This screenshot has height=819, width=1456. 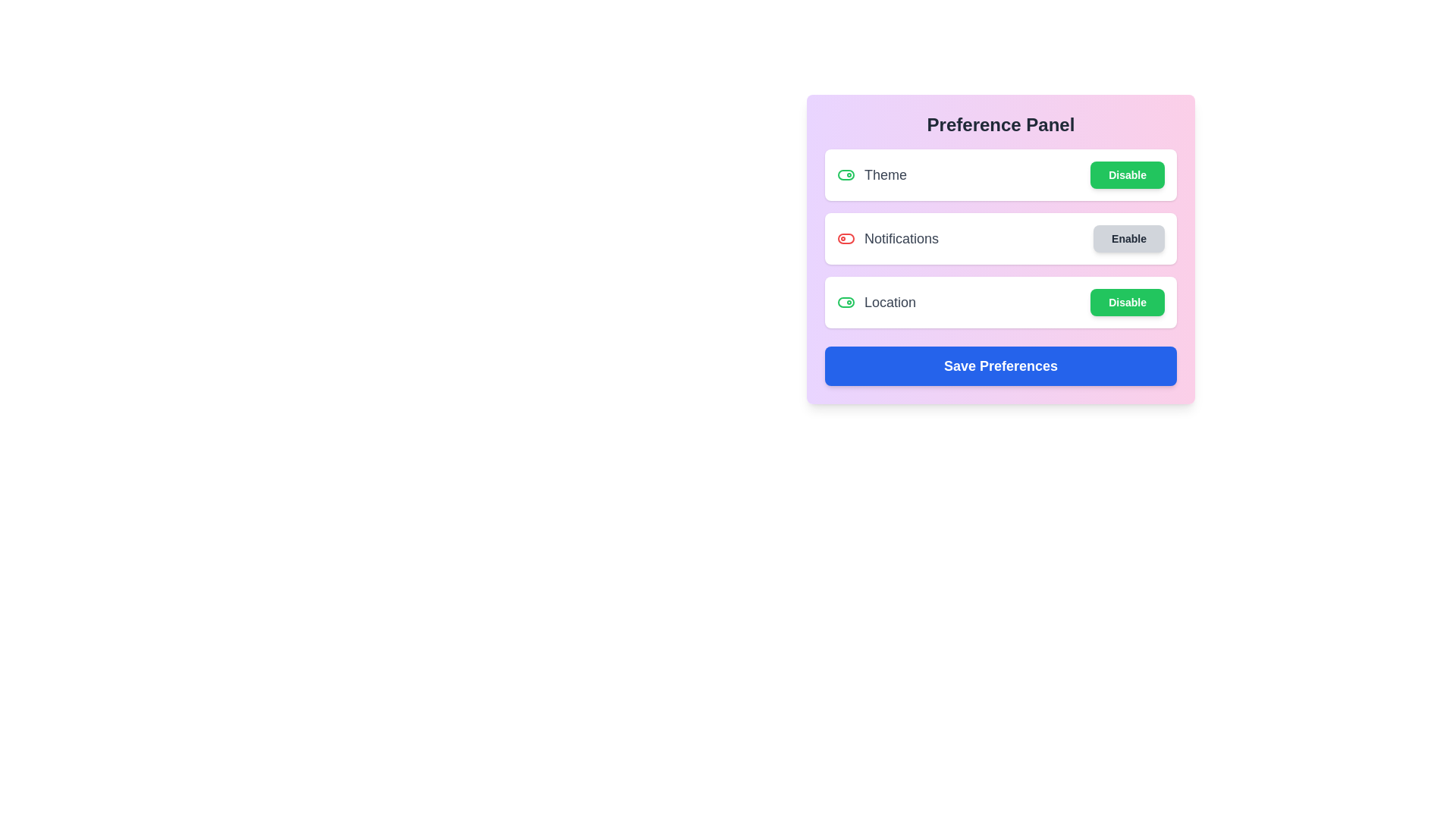 I want to click on the Theme Disable button to toggle its state, so click(x=1128, y=174).